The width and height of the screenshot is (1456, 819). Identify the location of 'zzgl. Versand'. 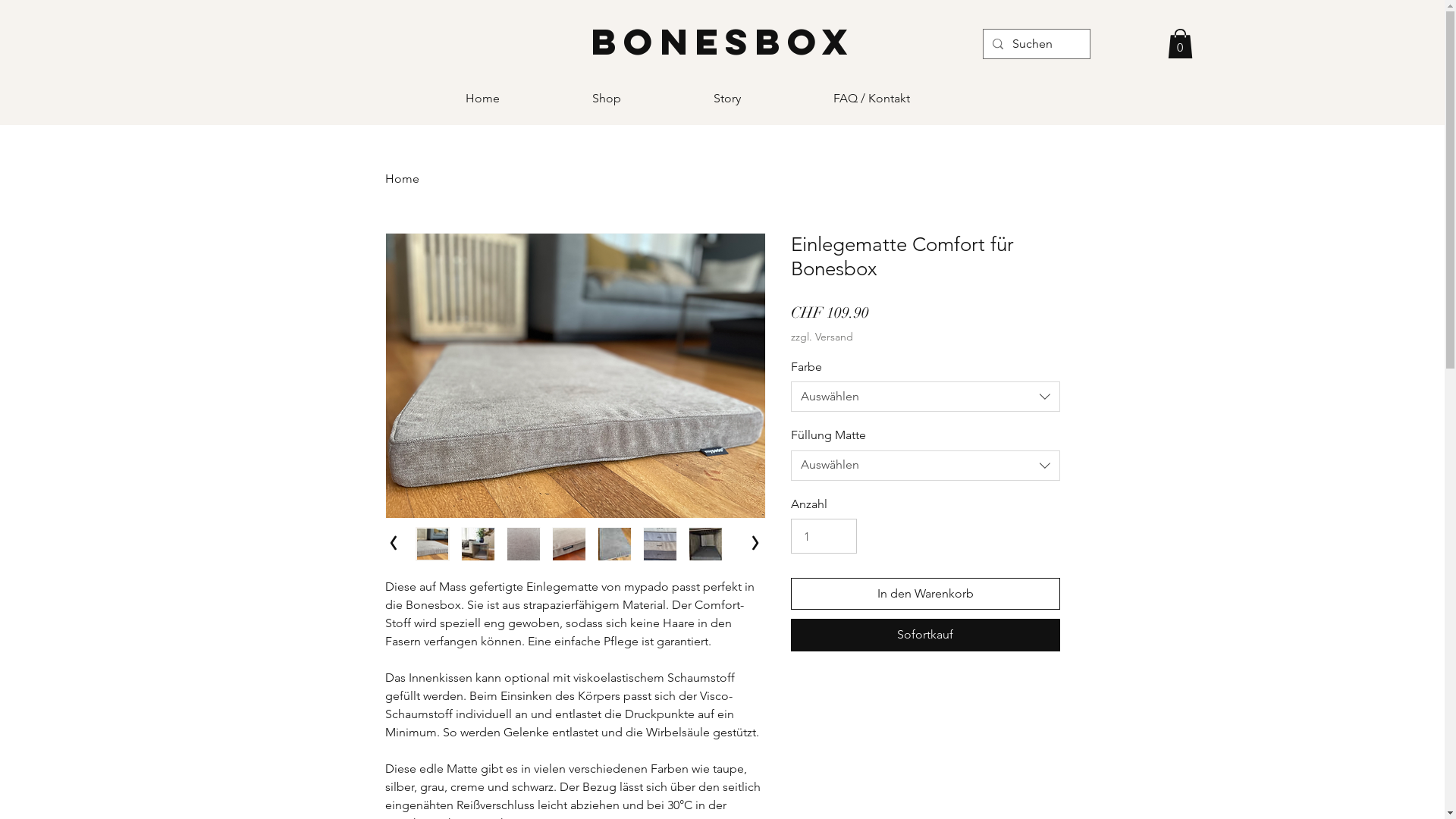
(821, 335).